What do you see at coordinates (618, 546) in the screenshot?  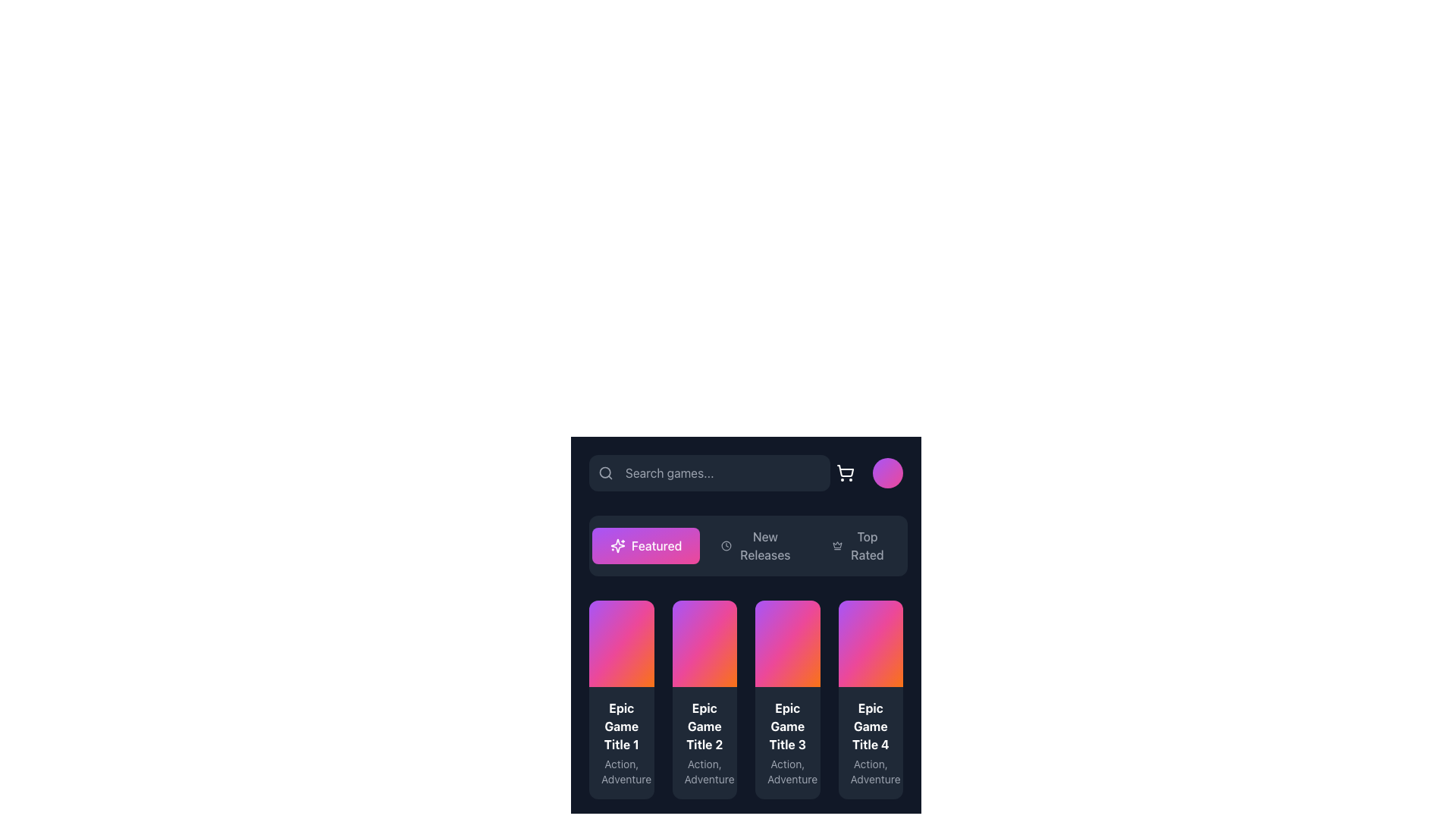 I see `the star-like decorative icon representing the 'Featured' label, located on the left side inside the 'Featured' button in the top section of the selectable menu cluster` at bounding box center [618, 546].